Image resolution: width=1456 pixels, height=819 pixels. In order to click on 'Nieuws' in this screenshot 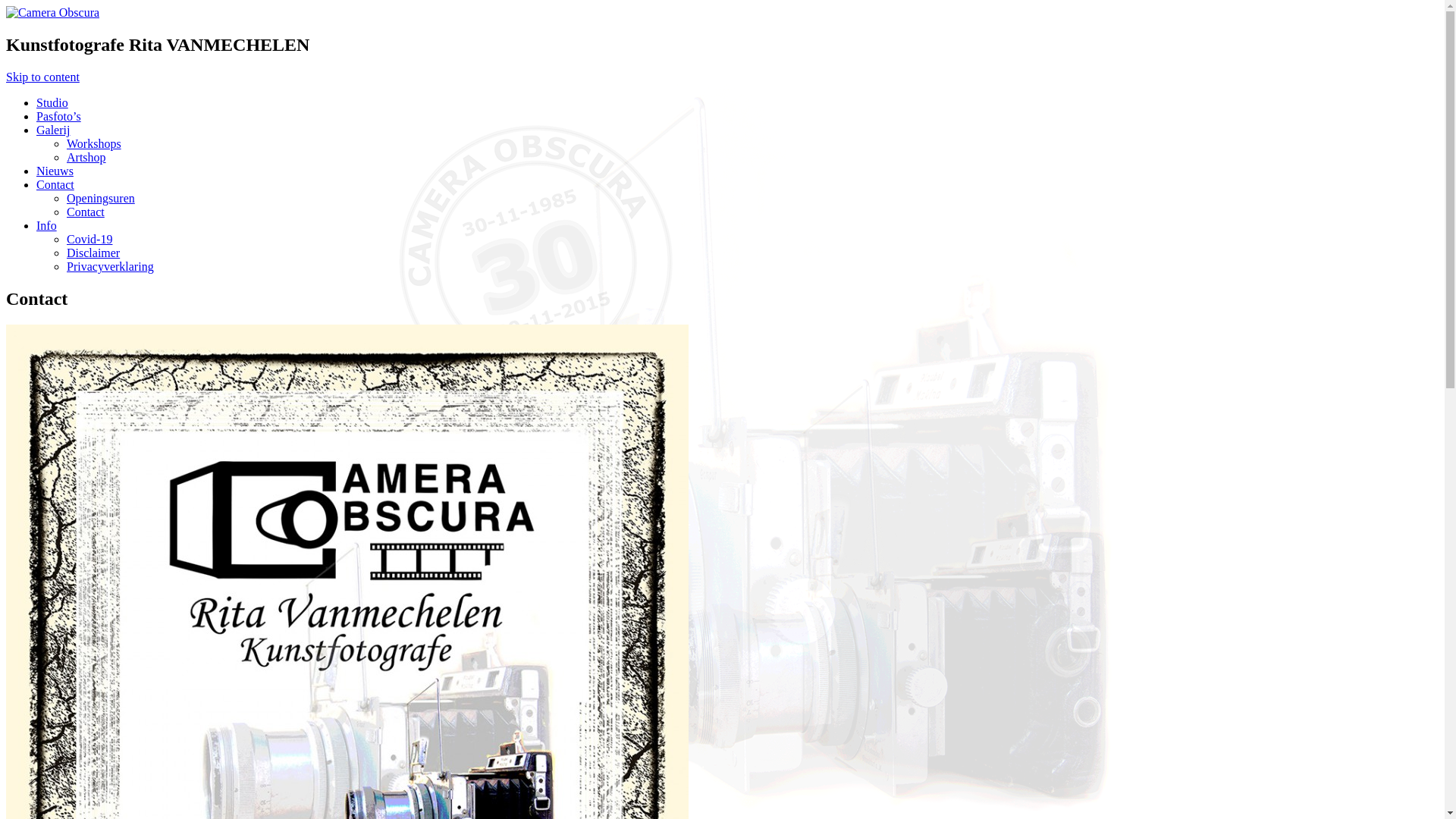, I will do `click(55, 171)`.